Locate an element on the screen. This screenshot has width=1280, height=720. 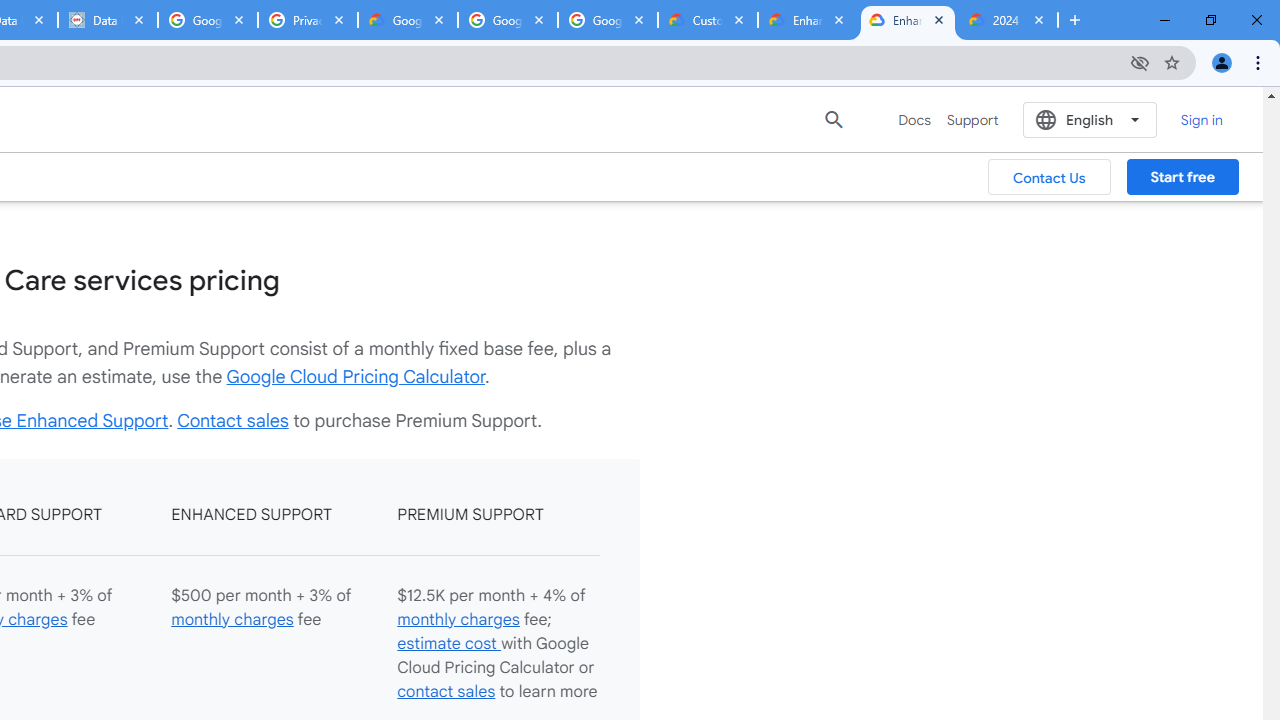
'Bookmark this tab' is located at coordinates (1171, 61).